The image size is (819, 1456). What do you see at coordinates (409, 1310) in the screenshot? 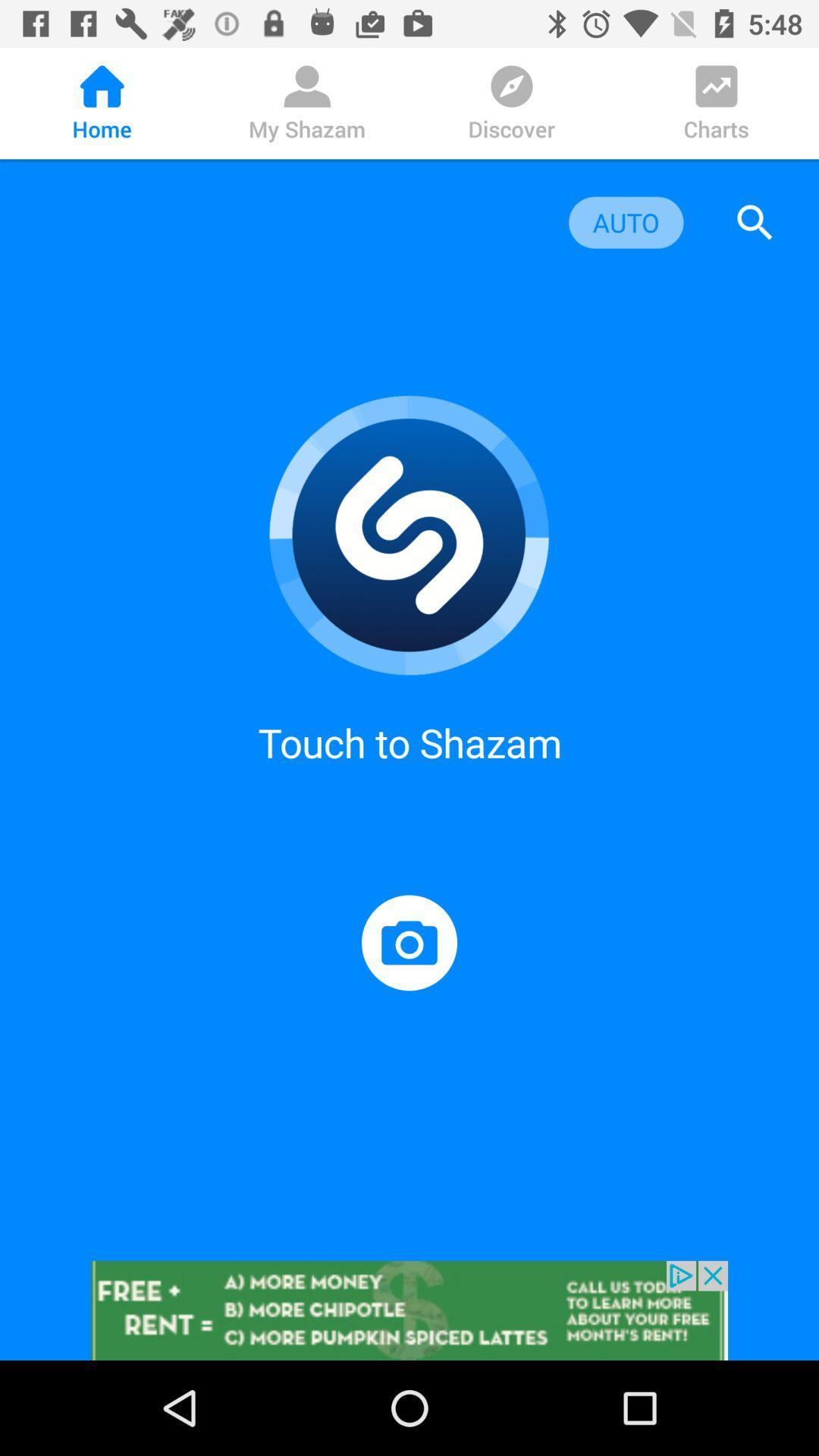
I see `click on the advertisement` at bounding box center [409, 1310].